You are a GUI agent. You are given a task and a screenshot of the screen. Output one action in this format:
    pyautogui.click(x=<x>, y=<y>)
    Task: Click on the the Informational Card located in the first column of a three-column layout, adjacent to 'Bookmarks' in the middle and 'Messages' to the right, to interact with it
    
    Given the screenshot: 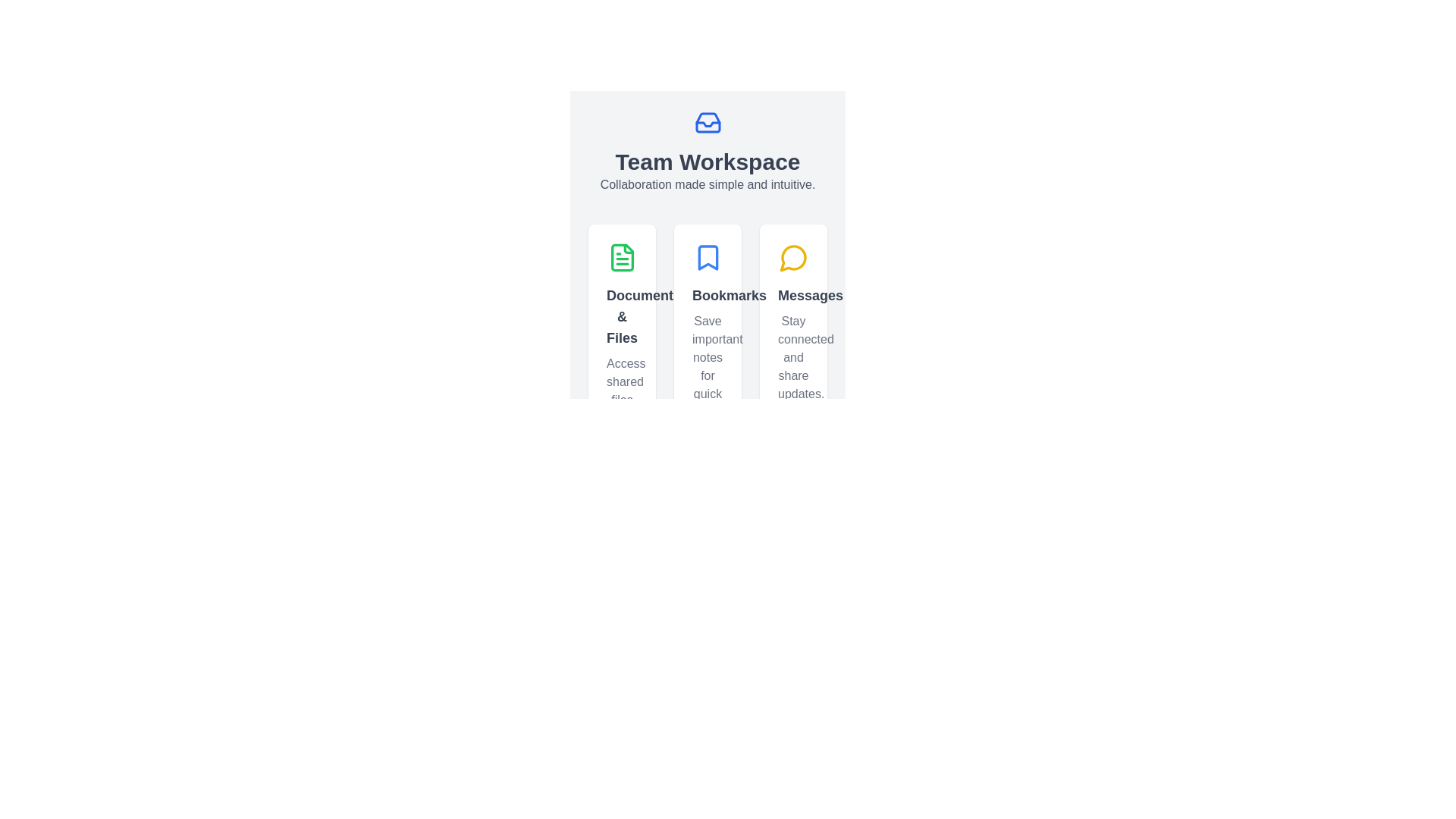 What is the action you would take?
    pyautogui.click(x=622, y=371)
    